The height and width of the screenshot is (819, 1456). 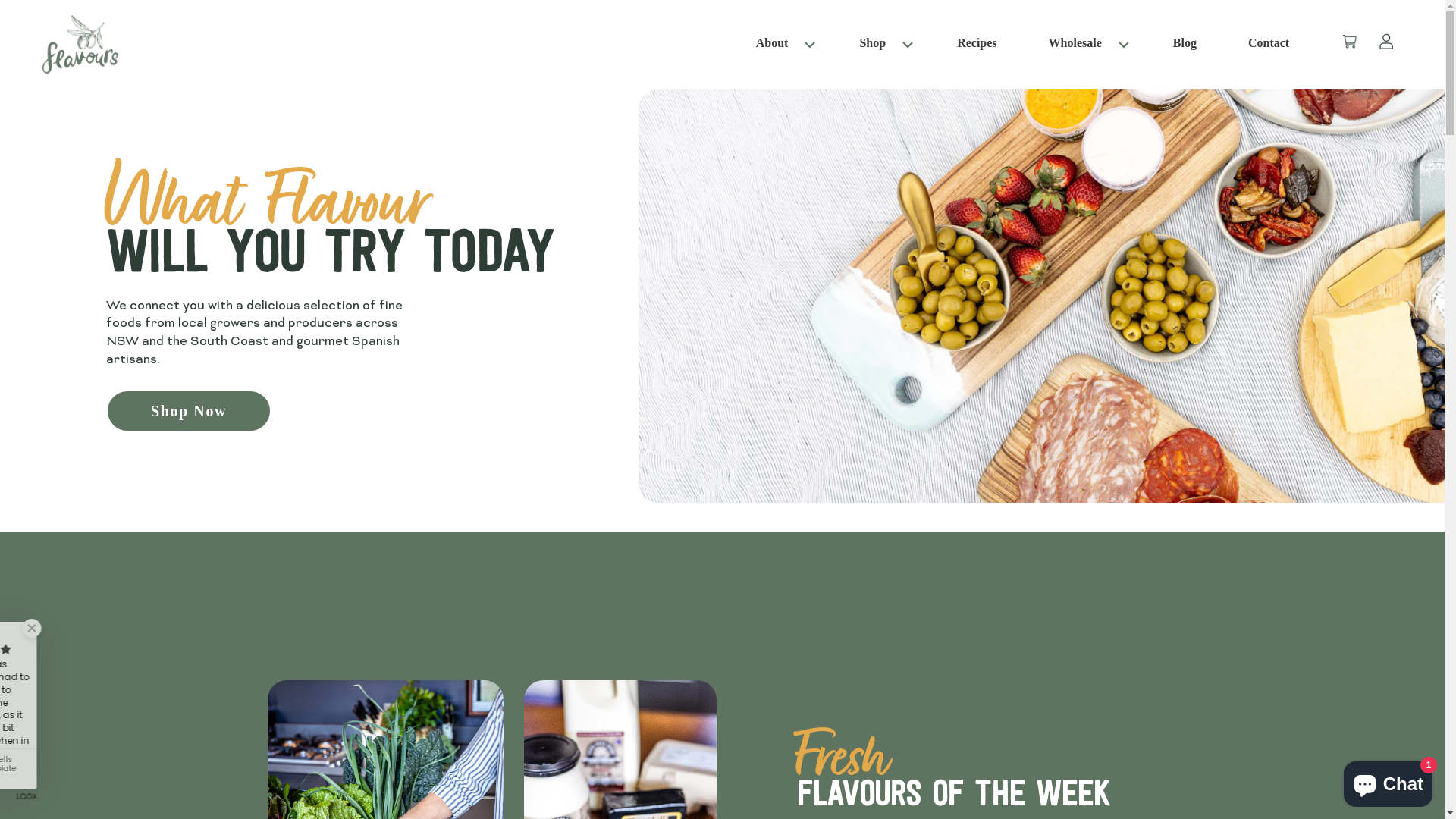 I want to click on 'Wholesale', so click(x=1074, y=42).